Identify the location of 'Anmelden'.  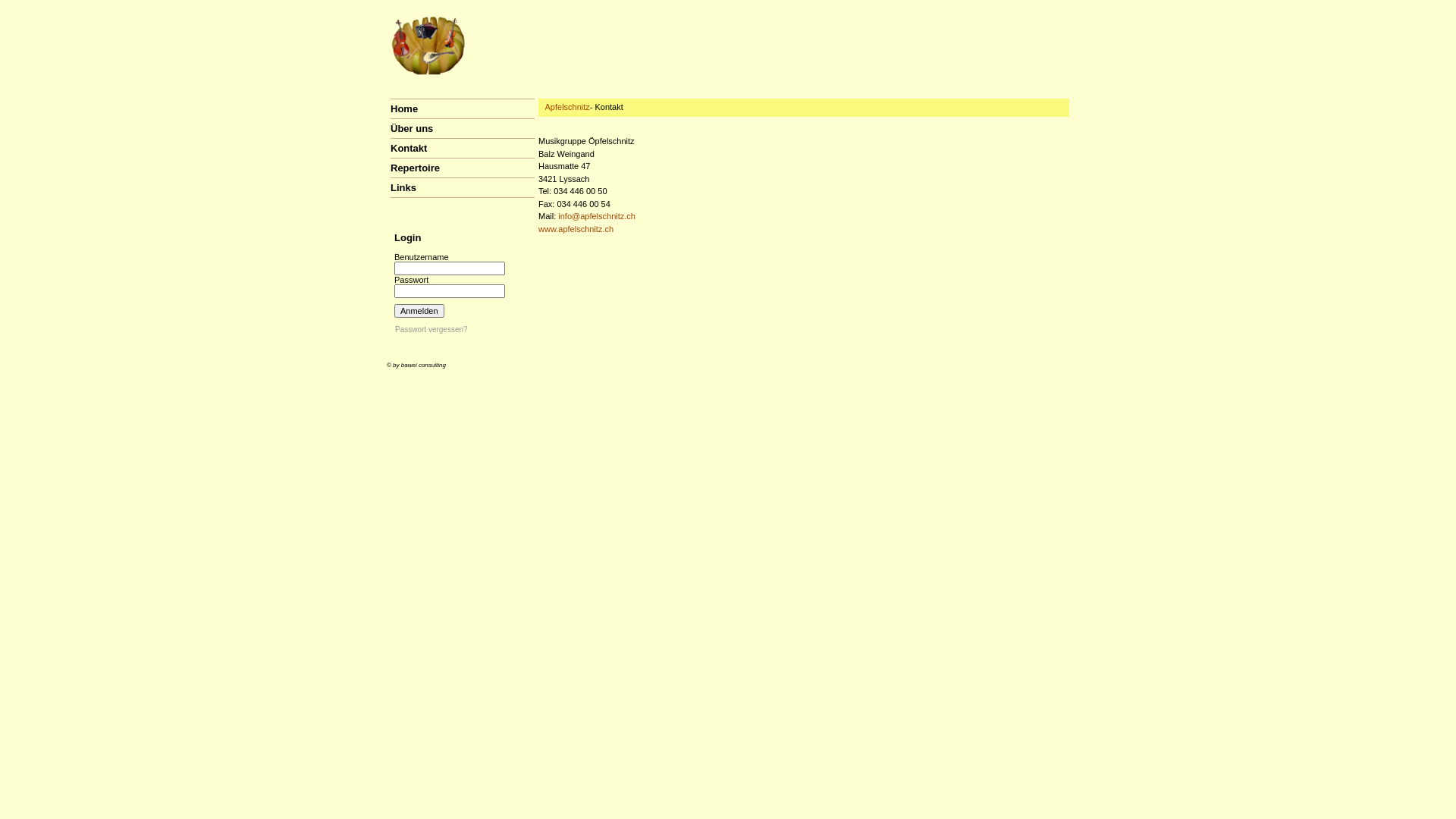
(419, 309).